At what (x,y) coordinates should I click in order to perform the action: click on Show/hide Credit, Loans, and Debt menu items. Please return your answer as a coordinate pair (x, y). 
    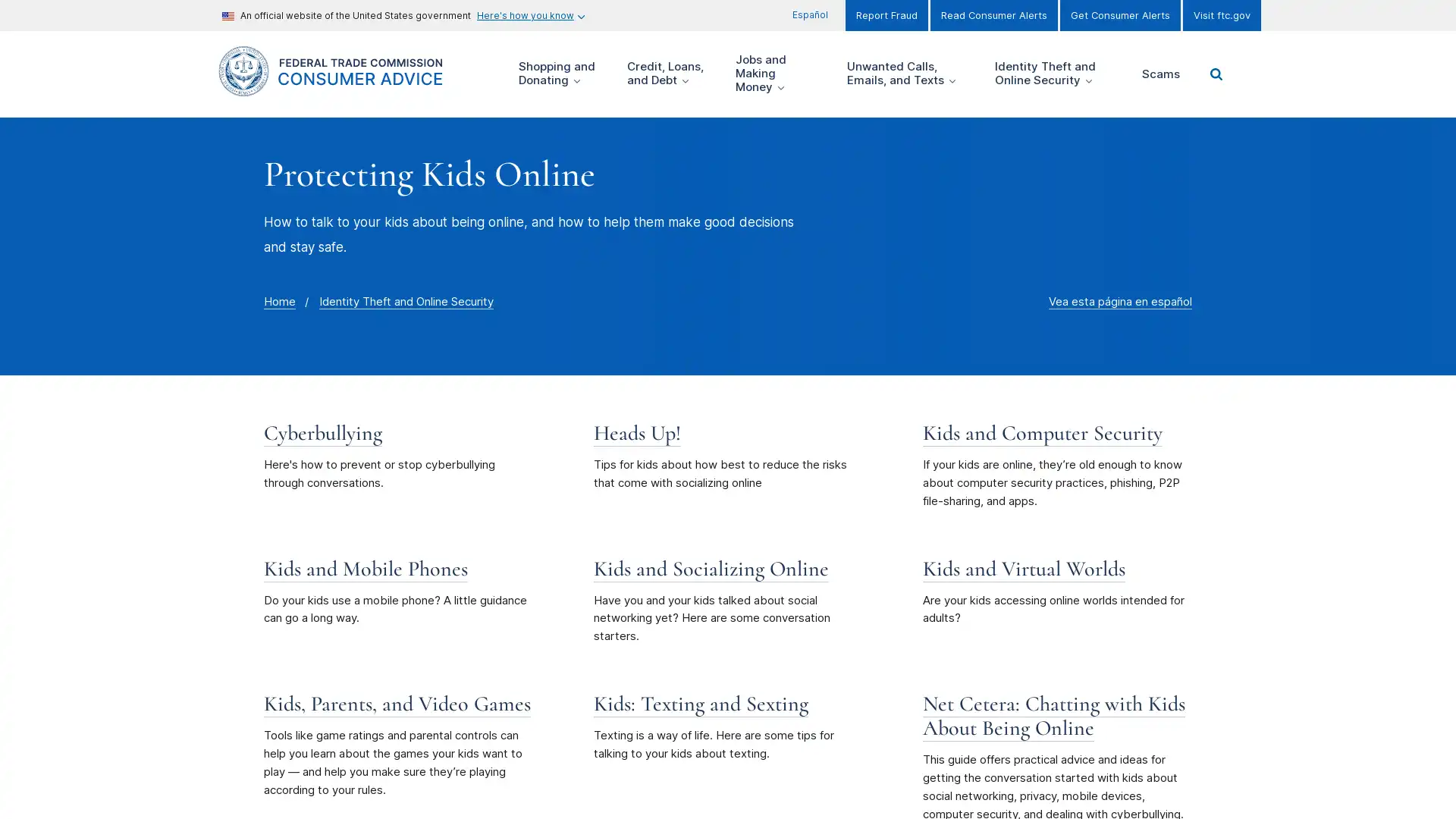
    Looking at the image, I should click on (670, 74).